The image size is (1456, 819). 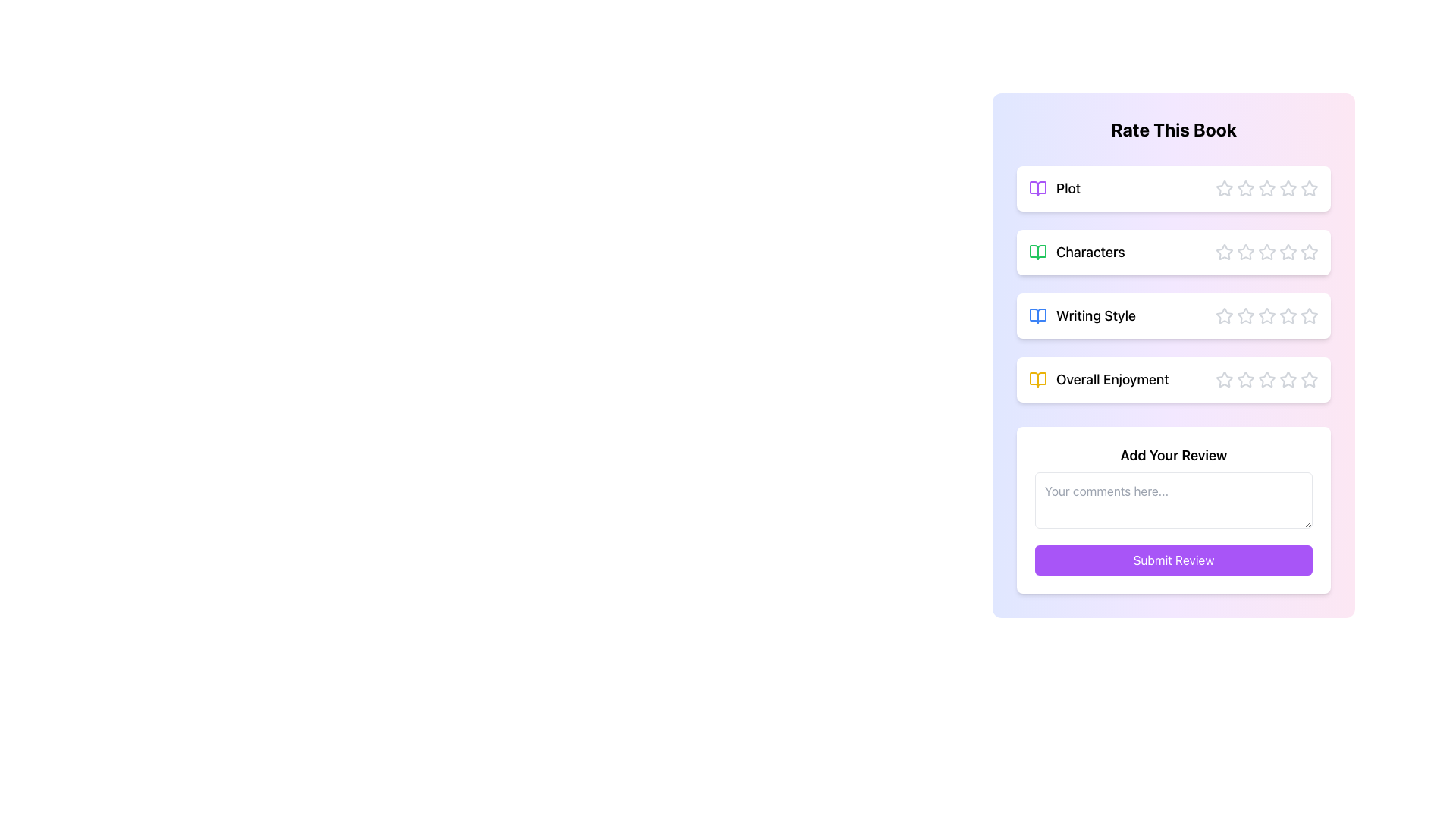 What do you see at coordinates (1266, 315) in the screenshot?
I see `the fourth star in the 'Writing Style' category to rate it` at bounding box center [1266, 315].